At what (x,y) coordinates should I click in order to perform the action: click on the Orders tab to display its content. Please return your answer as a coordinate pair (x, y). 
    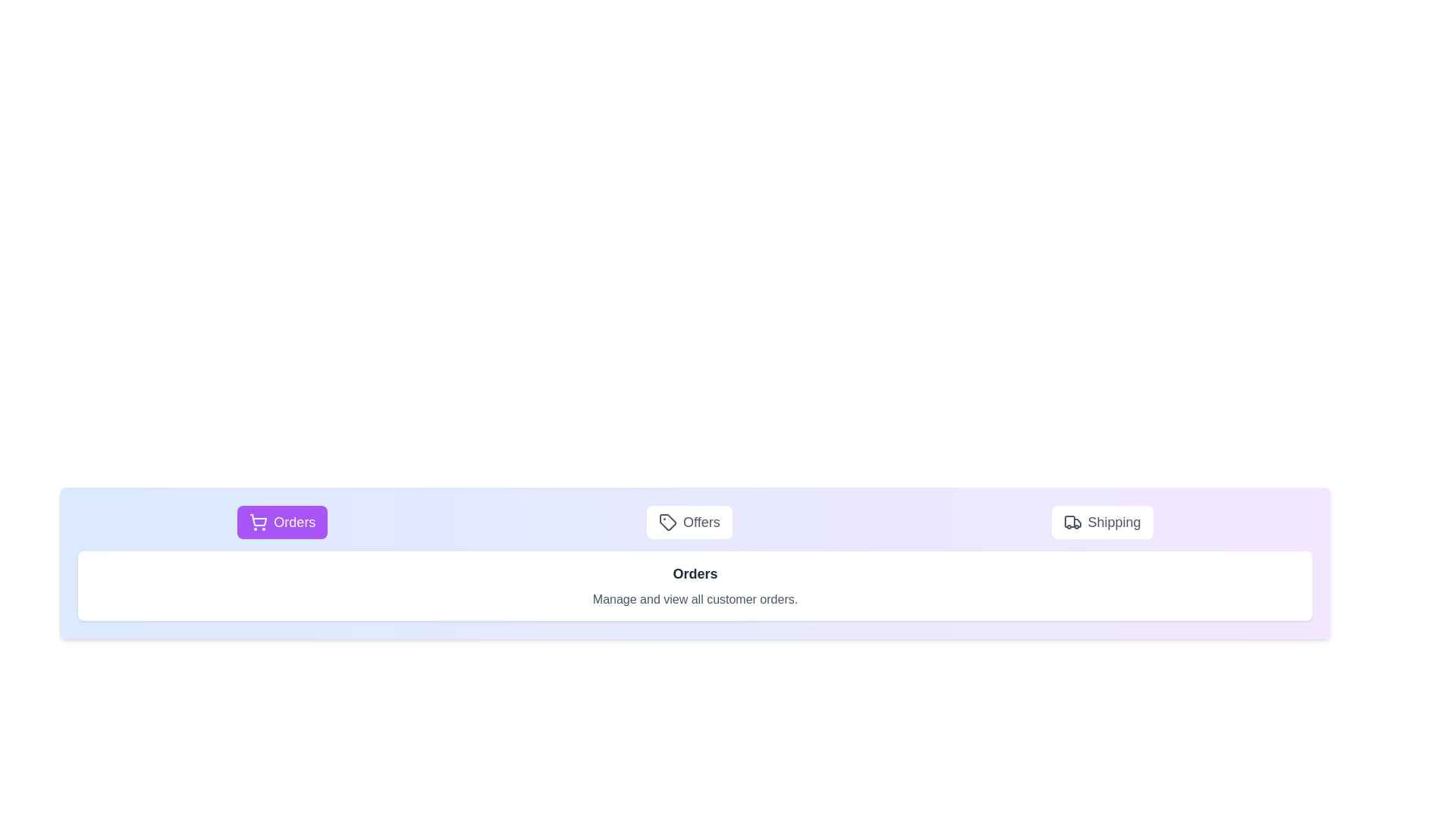
    Looking at the image, I should click on (282, 522).